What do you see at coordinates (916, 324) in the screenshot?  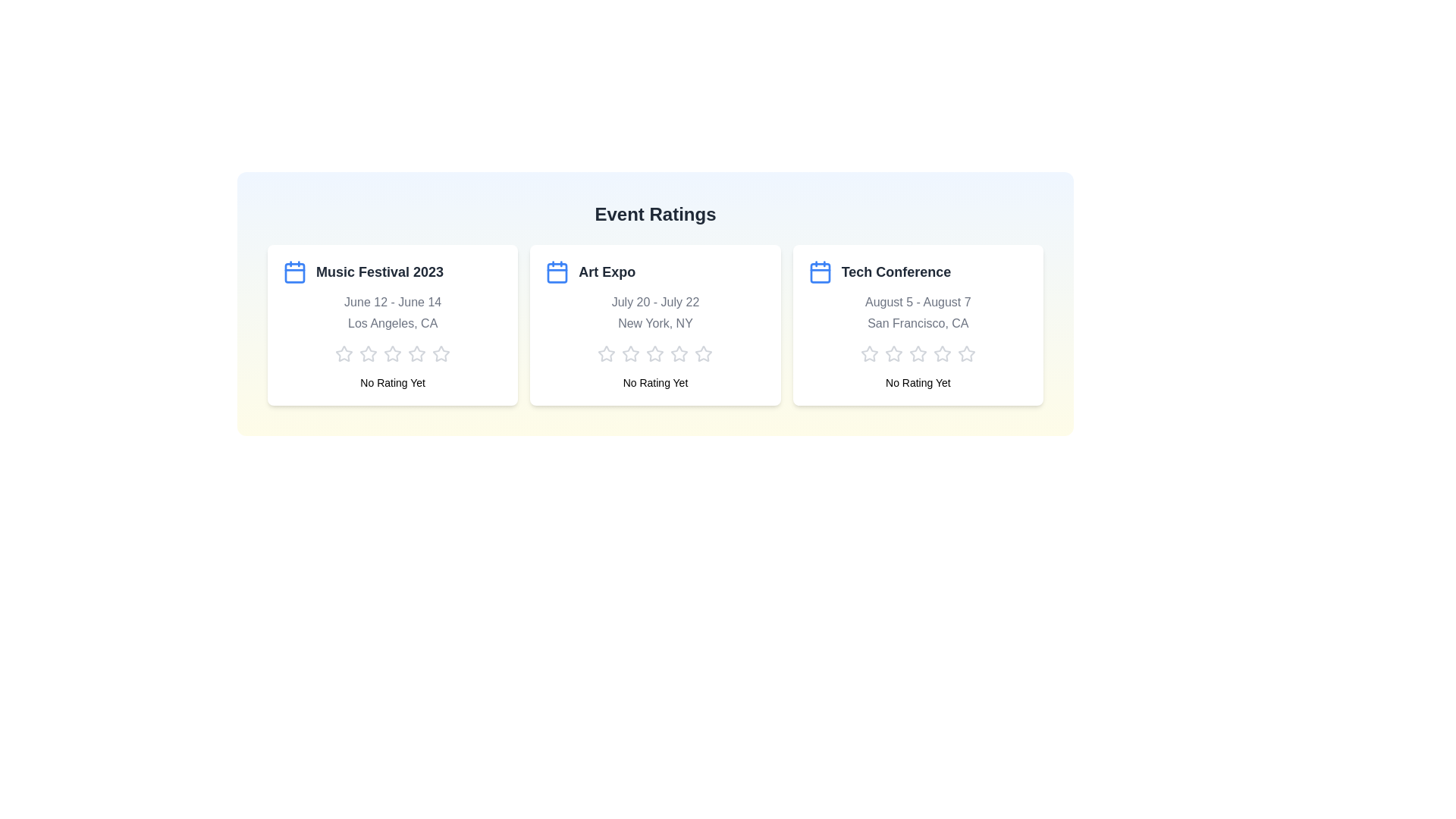 I see `the container element corresponding to Tech Conference` at bounding box center [916, 324].